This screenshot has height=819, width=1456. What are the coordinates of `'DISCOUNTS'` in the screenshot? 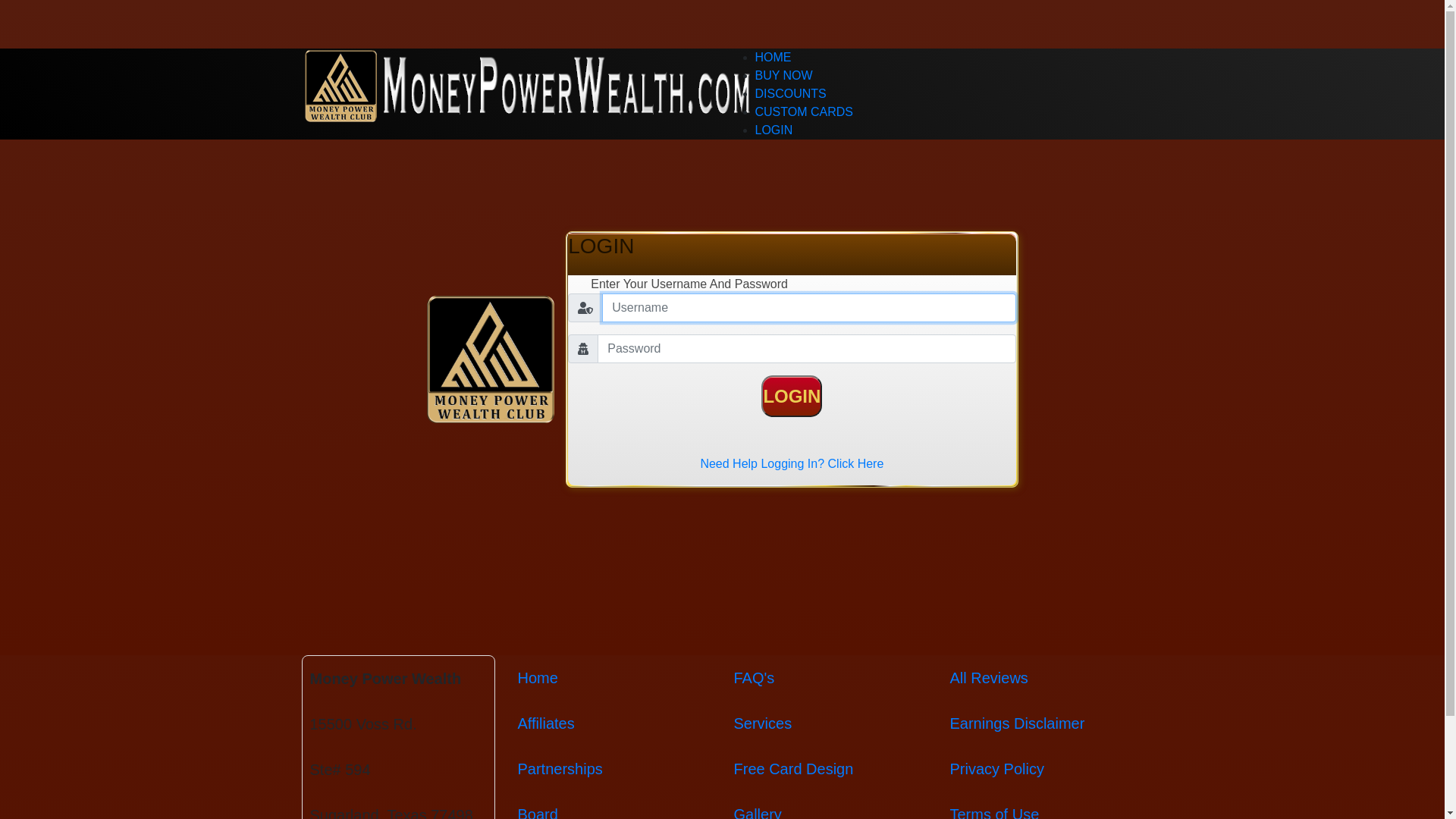 It's located at (789, 93).